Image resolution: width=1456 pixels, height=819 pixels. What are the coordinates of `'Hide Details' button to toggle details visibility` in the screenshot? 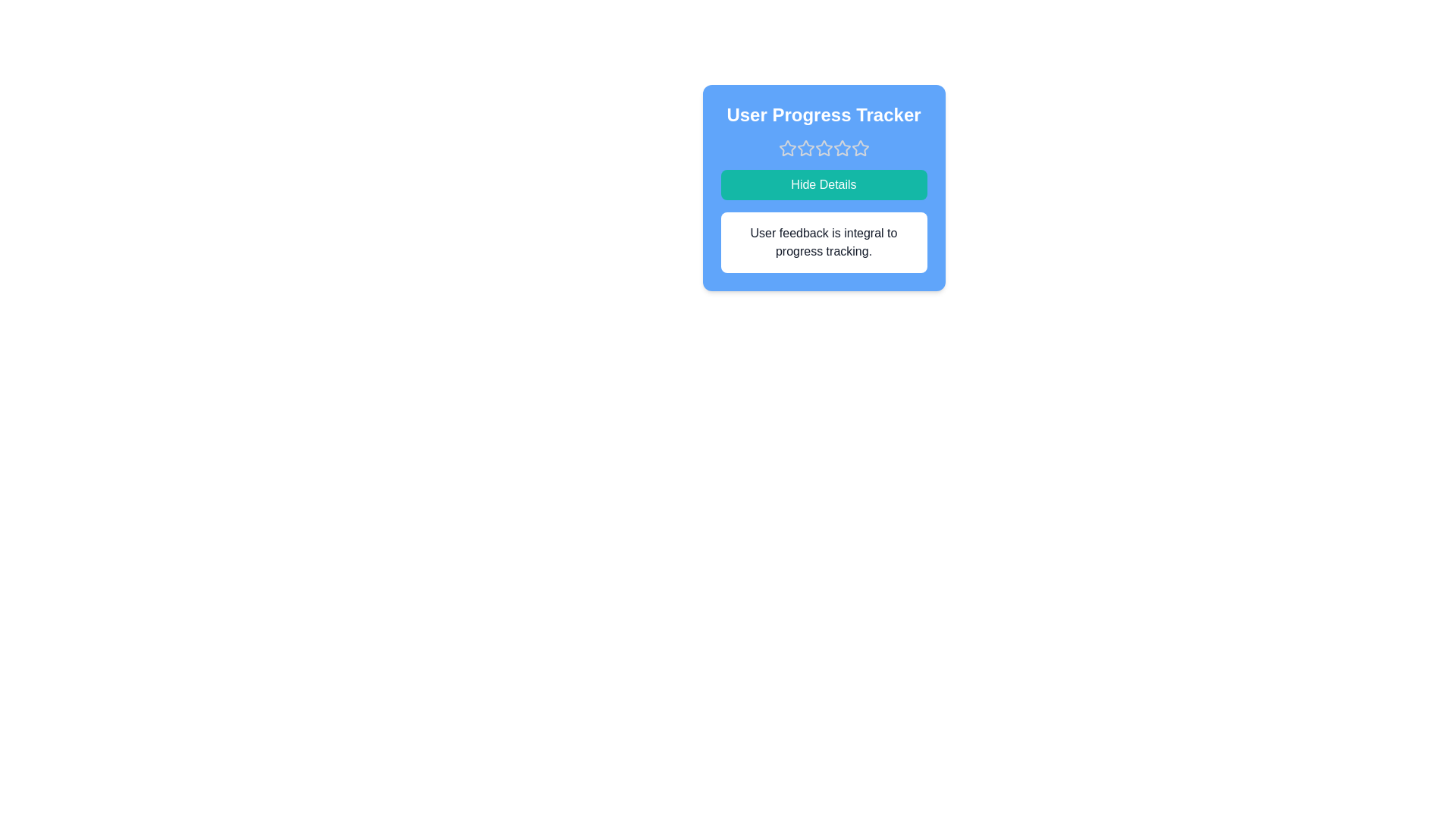 It's located at (823, 184).